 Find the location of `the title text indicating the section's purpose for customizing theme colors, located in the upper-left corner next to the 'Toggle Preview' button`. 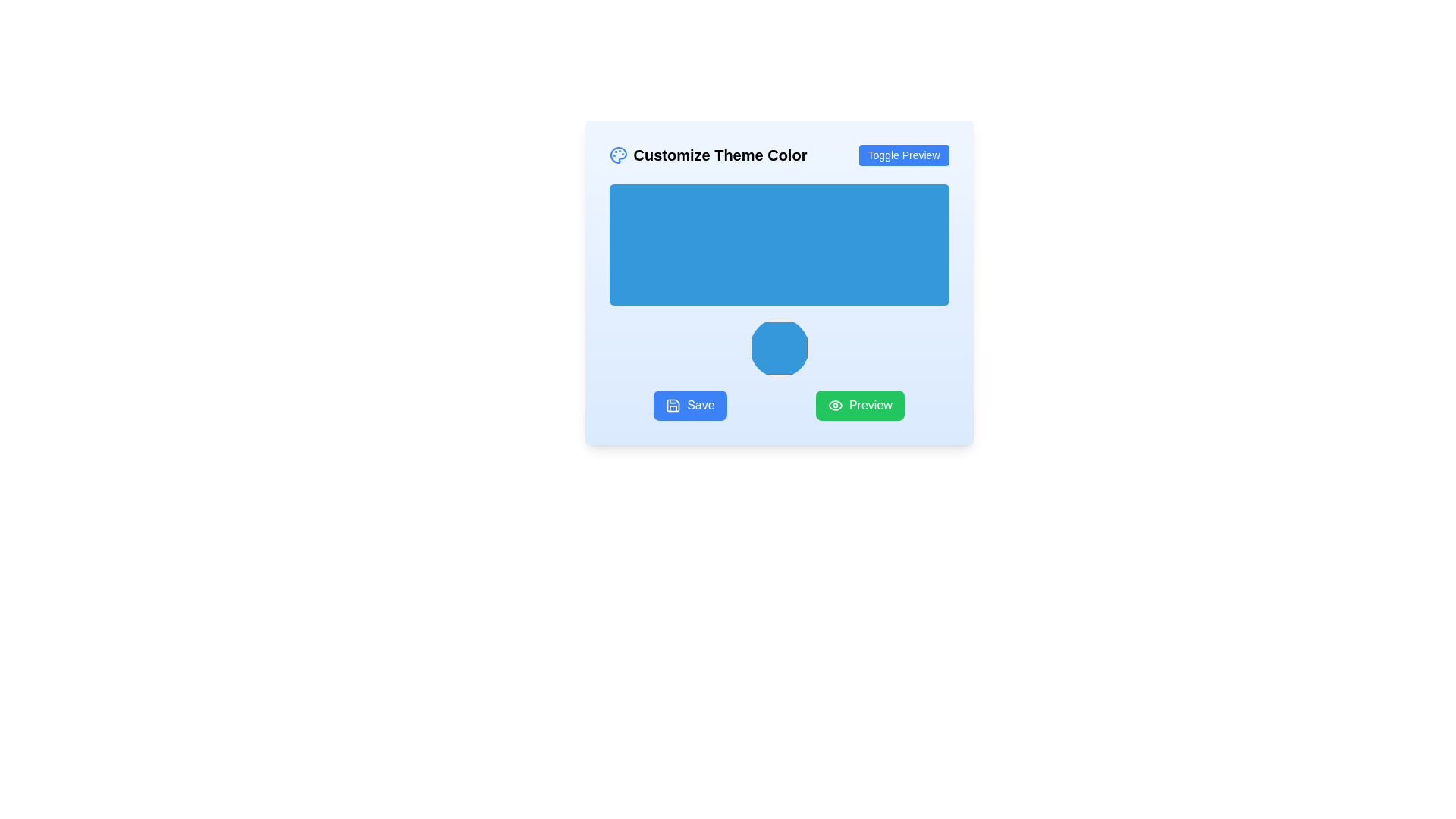

the title text indicating the section's purpose for customizing theme colors, located in the upper-left corner next to the 'Toggle Preview' button is located at coordinates (707, 155).